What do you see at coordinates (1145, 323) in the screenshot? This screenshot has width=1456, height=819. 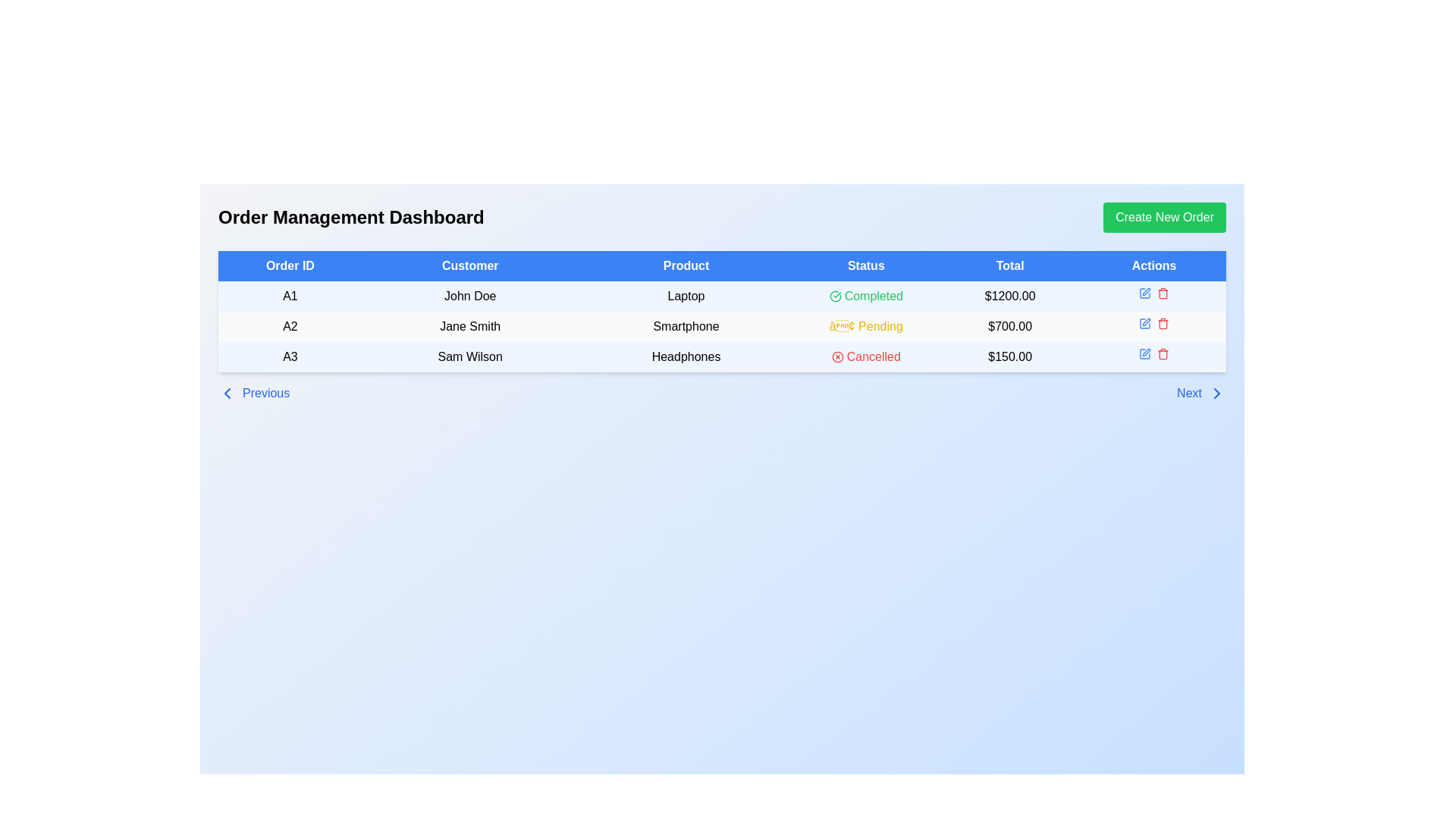 I see `the graphical icon representing a square with a pen overlay located in the 'Actions' column of the second row of the table` at bounding box center [1145, 323].